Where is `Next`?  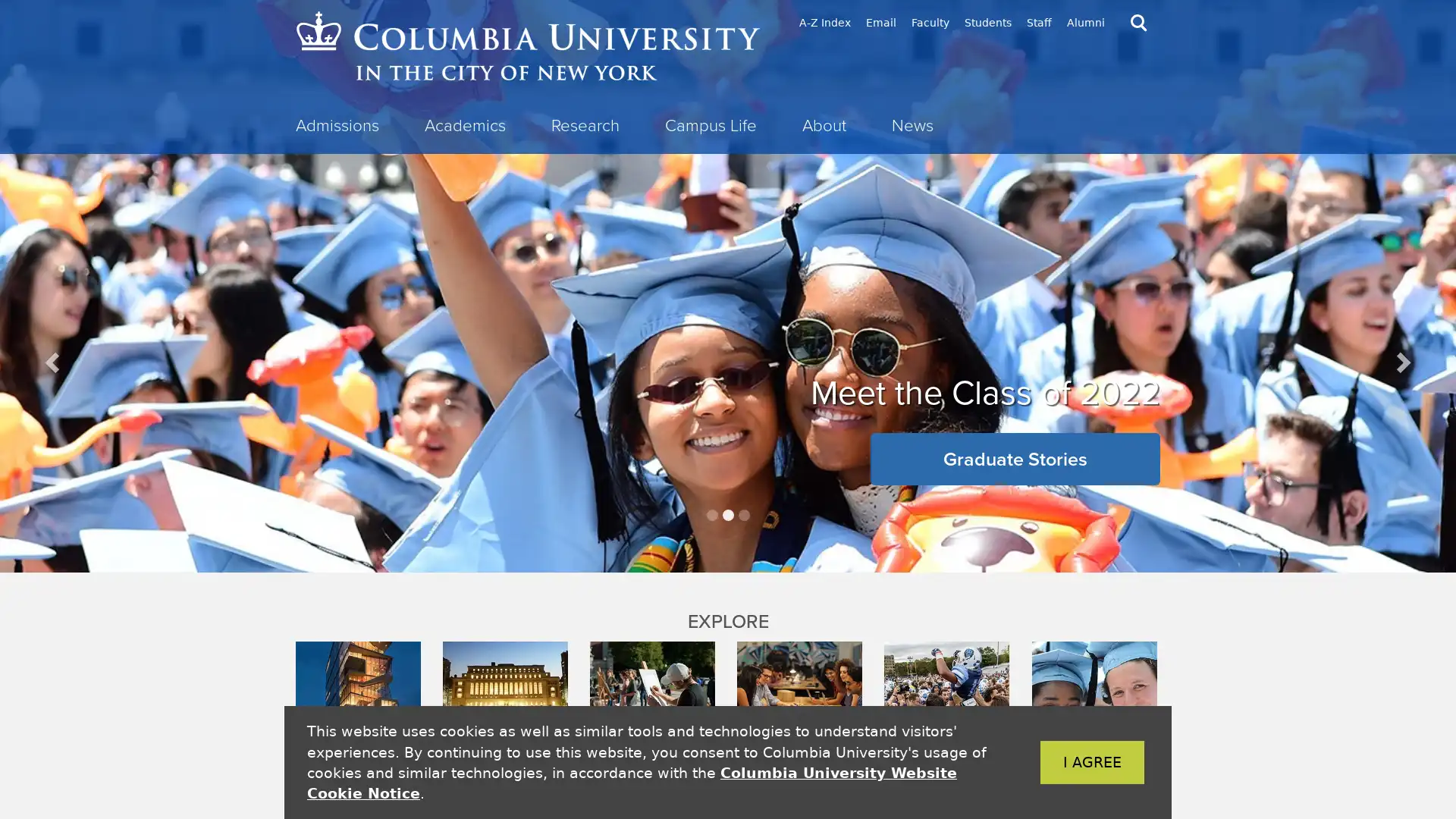 Next is located at coordinates (1401, 362).